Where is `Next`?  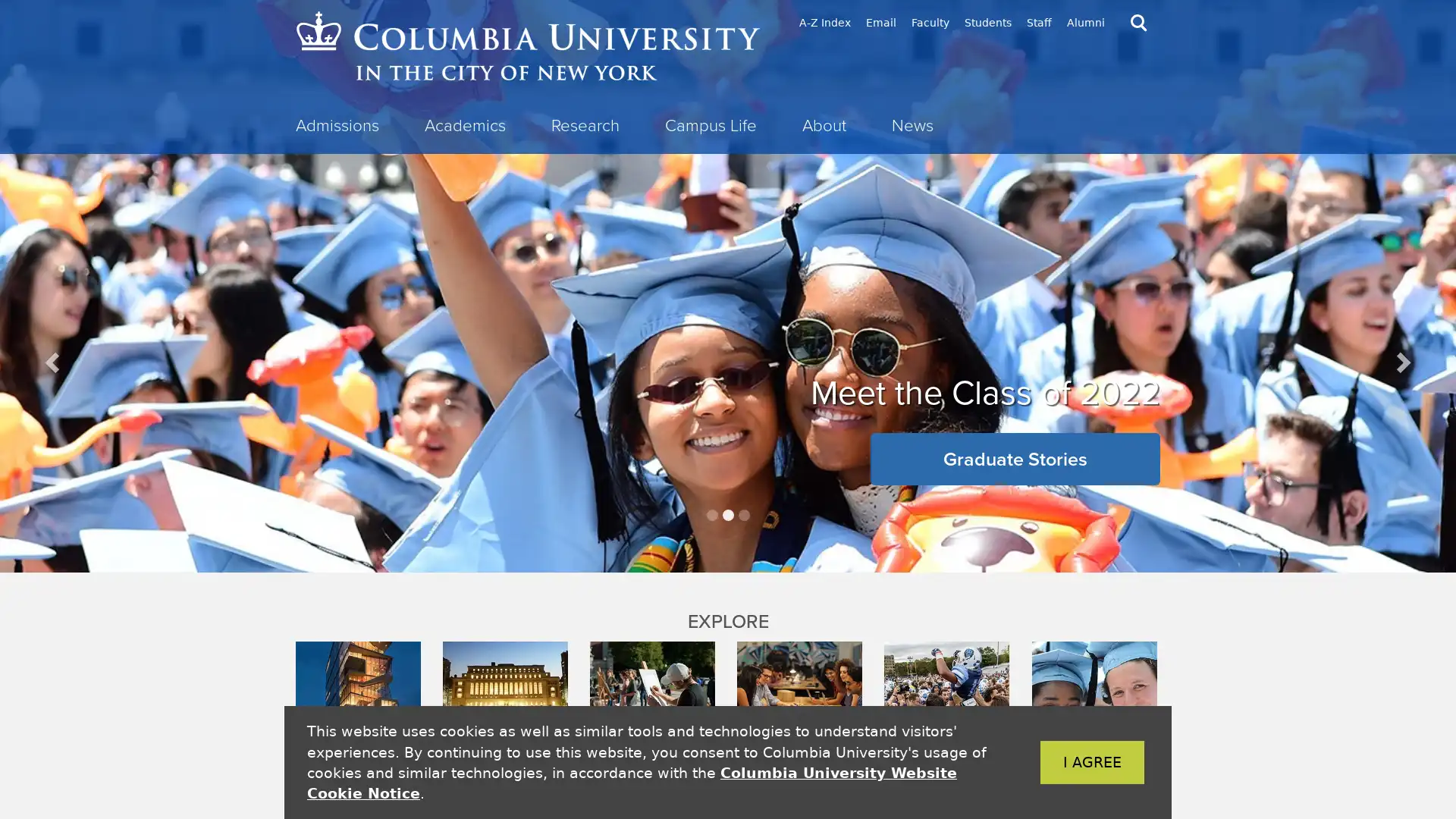 Next is located at coordinates (1401, 362).